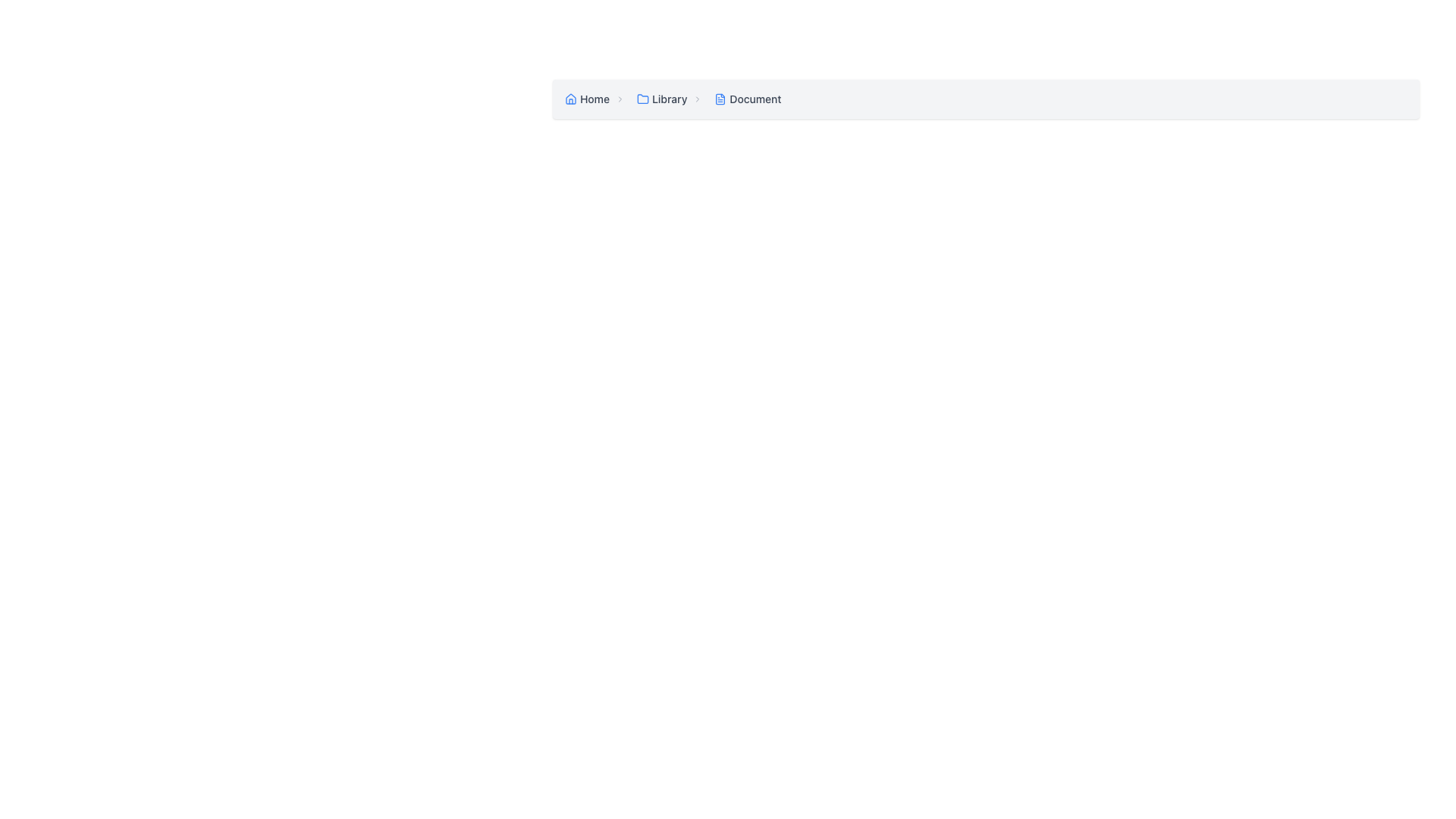 The image size is (1456, 819). What do you see at coordinates (720, 99) in the screenshot?
I see `the main body of the file icon graphic representing the 'Document' item in the breadcrumb navigation section` at bounding box center [720, 99].